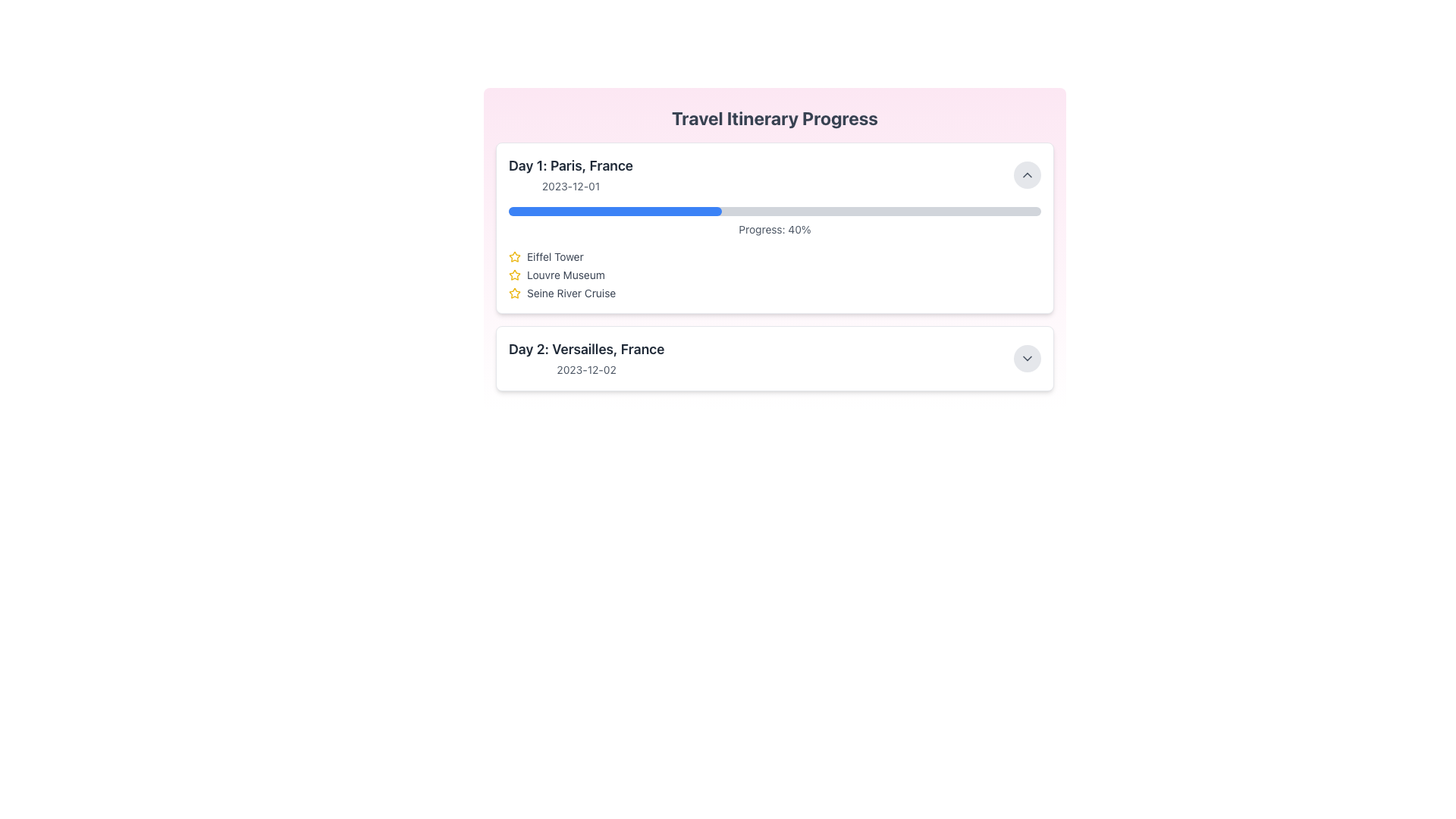 This screenshot has width=1456, height=819. Describe the element at coordinates (775, 275) in the screenshot. I see `the textual list component under 'Travel Itinerary Progress'` at that location.